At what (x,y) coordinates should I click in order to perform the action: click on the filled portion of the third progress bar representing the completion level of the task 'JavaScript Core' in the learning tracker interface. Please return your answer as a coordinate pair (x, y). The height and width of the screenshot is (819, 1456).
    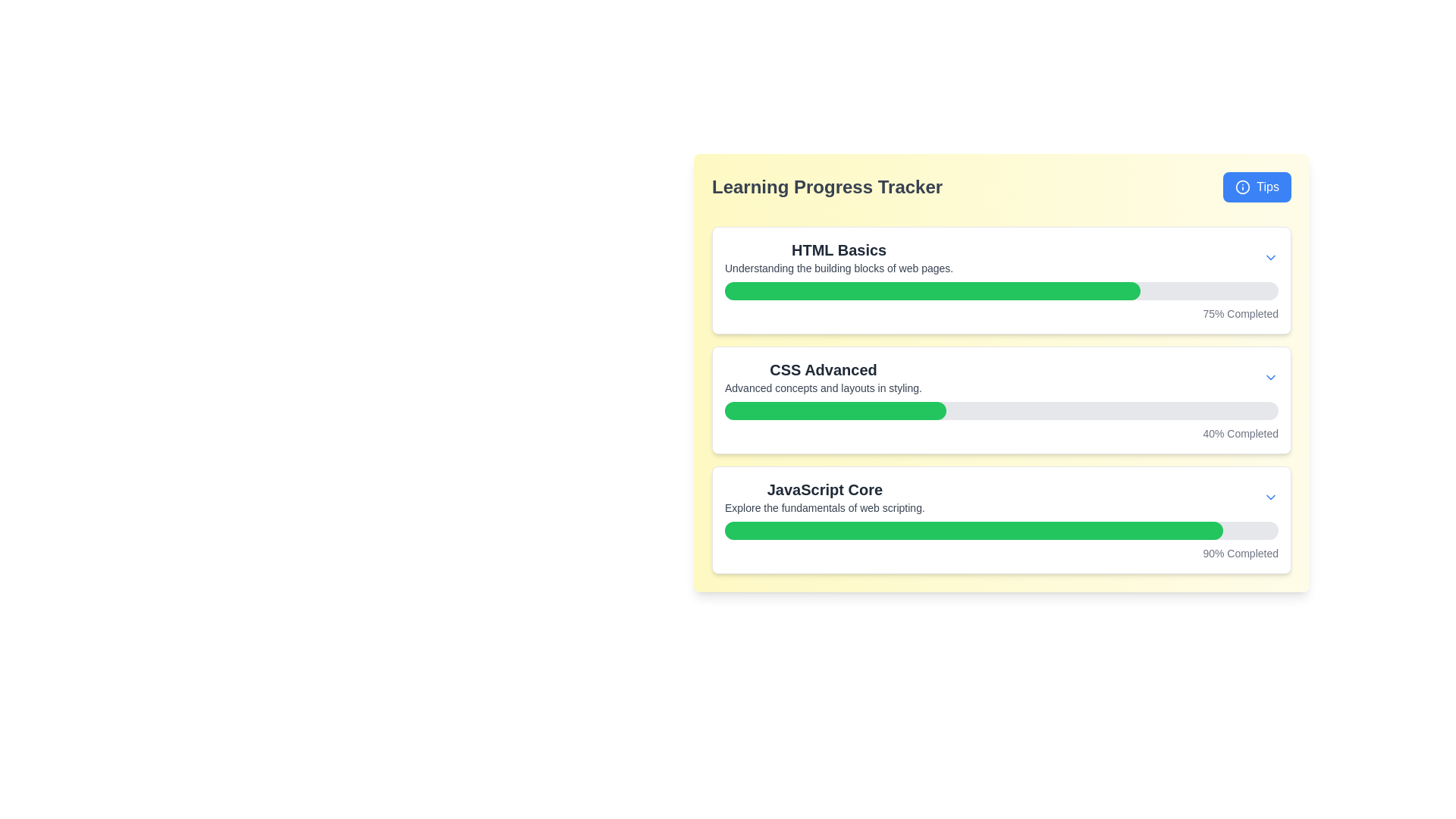
    Looking at the image, I should click on (974, 529).